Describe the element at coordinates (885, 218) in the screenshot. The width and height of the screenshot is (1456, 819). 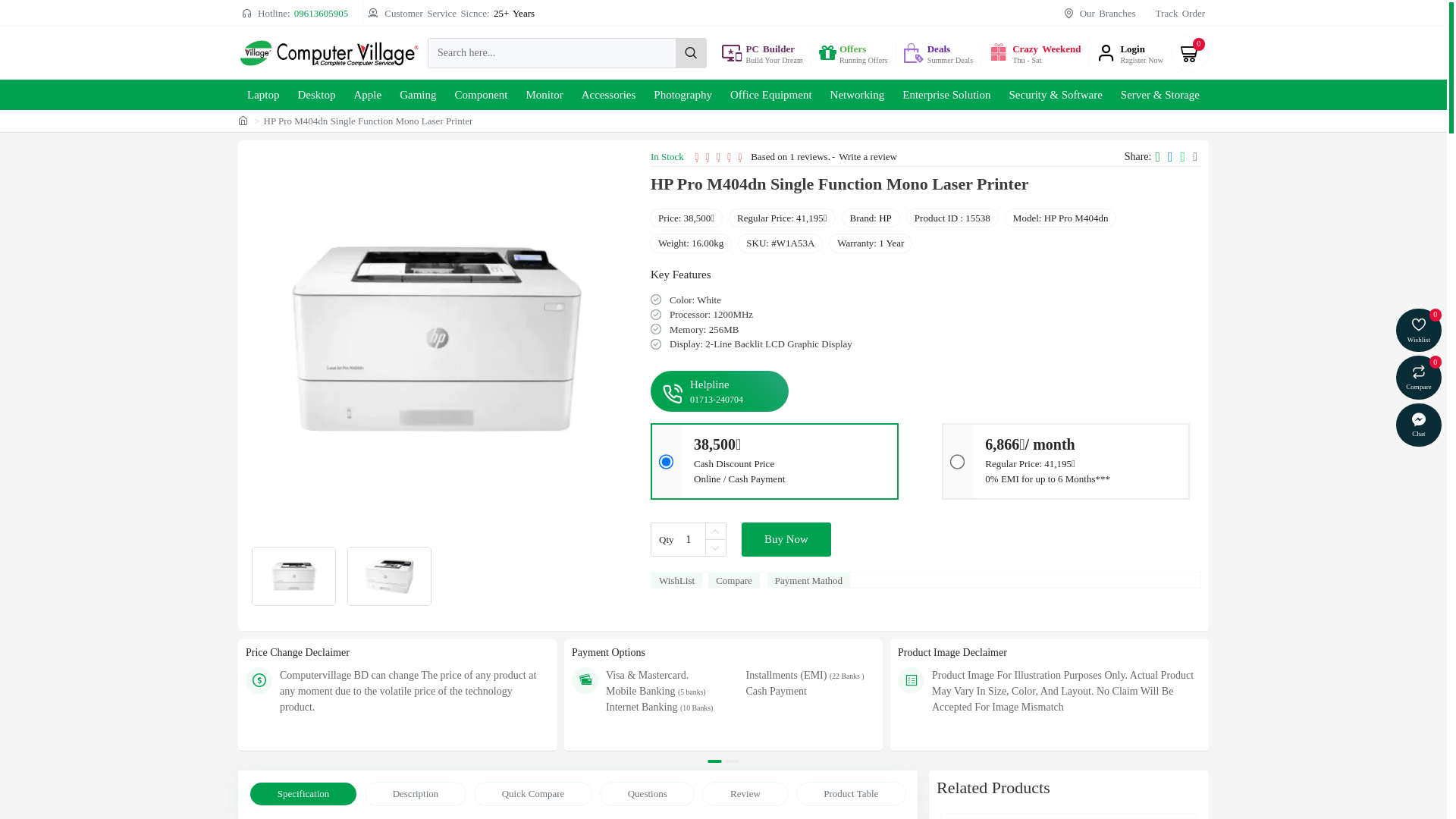
I see `'HP'` at that location.